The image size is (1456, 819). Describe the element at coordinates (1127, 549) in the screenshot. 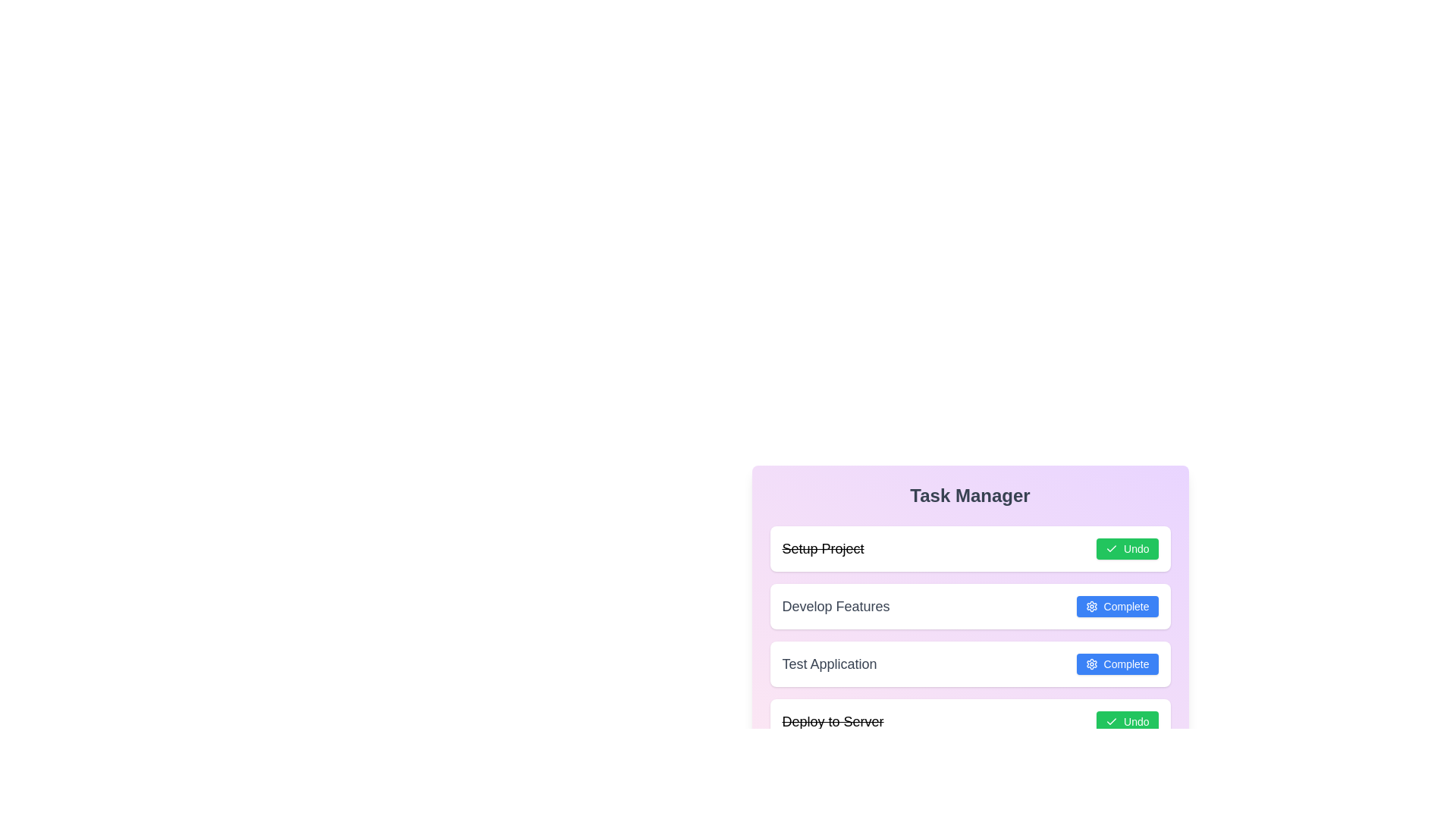

I see `the Undo button for the task Setup Project` at that location.